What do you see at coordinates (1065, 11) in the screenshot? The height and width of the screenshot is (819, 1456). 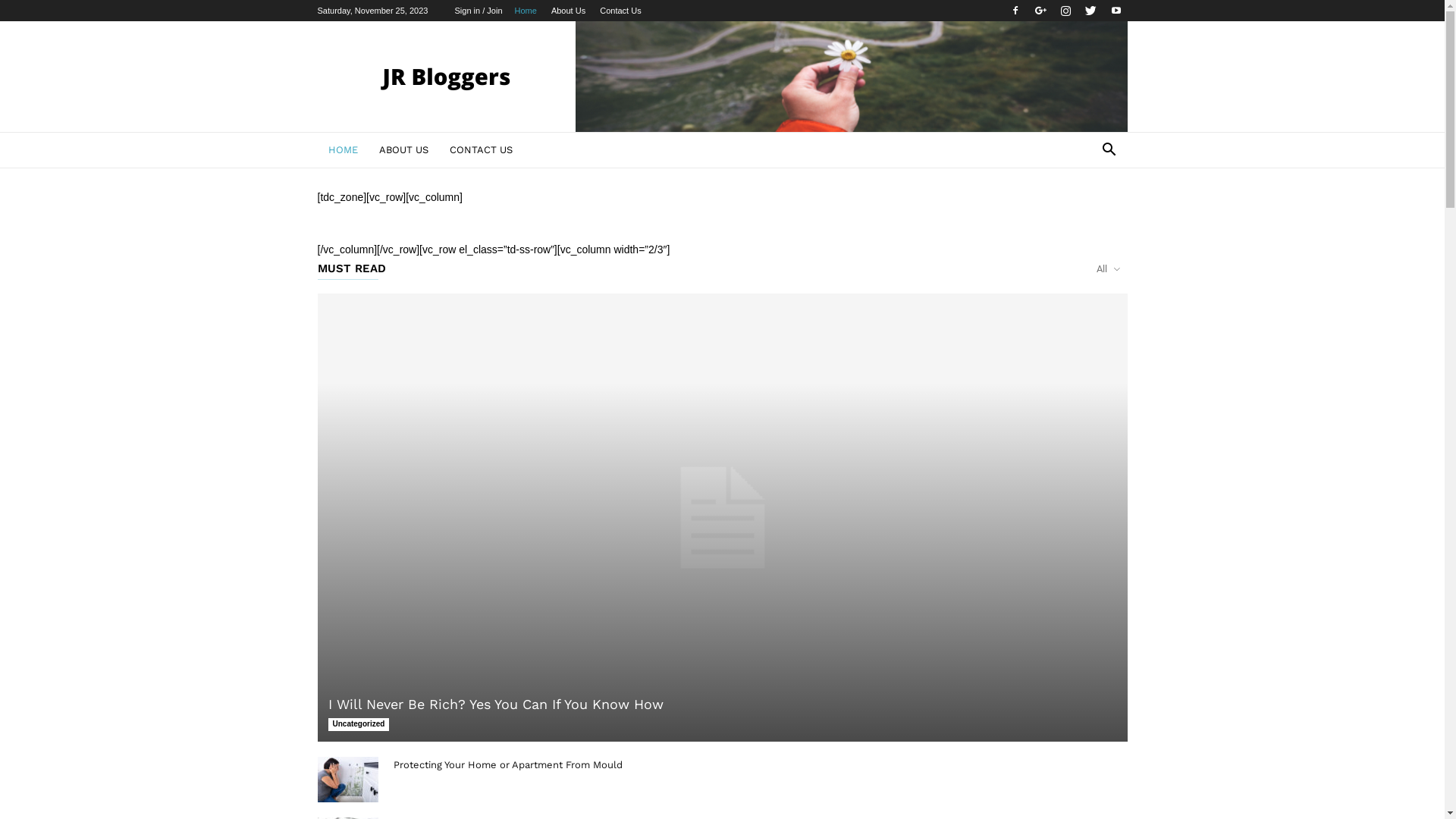 I see `'Instagram'` at bounding box center [1065, 11].